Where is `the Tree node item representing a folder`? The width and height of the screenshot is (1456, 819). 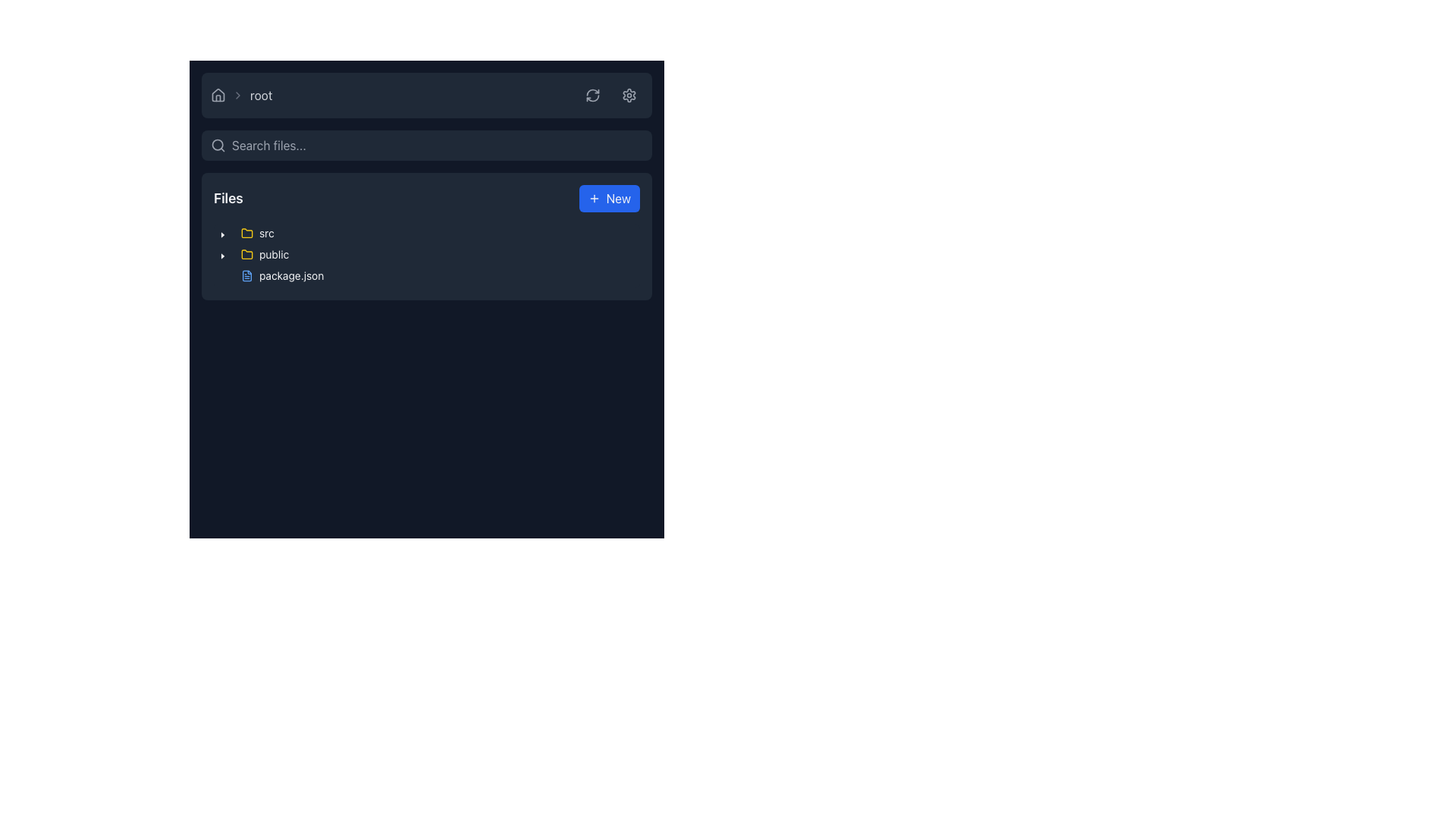 the Tree node item representing a folder is located at coordinates (265, 253).